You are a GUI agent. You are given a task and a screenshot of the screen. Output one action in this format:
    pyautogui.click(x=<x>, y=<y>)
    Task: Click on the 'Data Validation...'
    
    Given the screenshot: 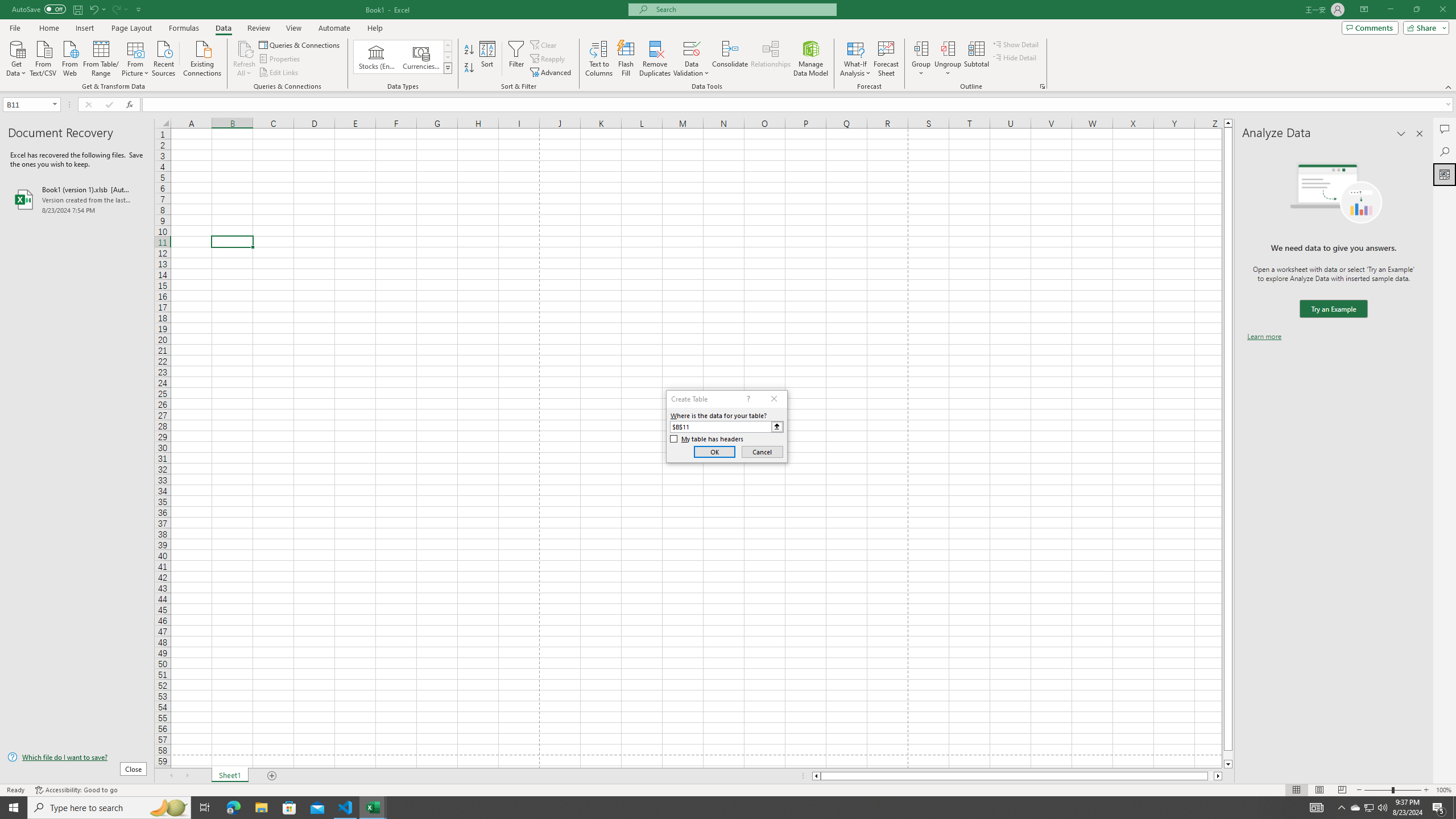 What is the action you would take?
    pyautogui.click(x=691, y=59)
    